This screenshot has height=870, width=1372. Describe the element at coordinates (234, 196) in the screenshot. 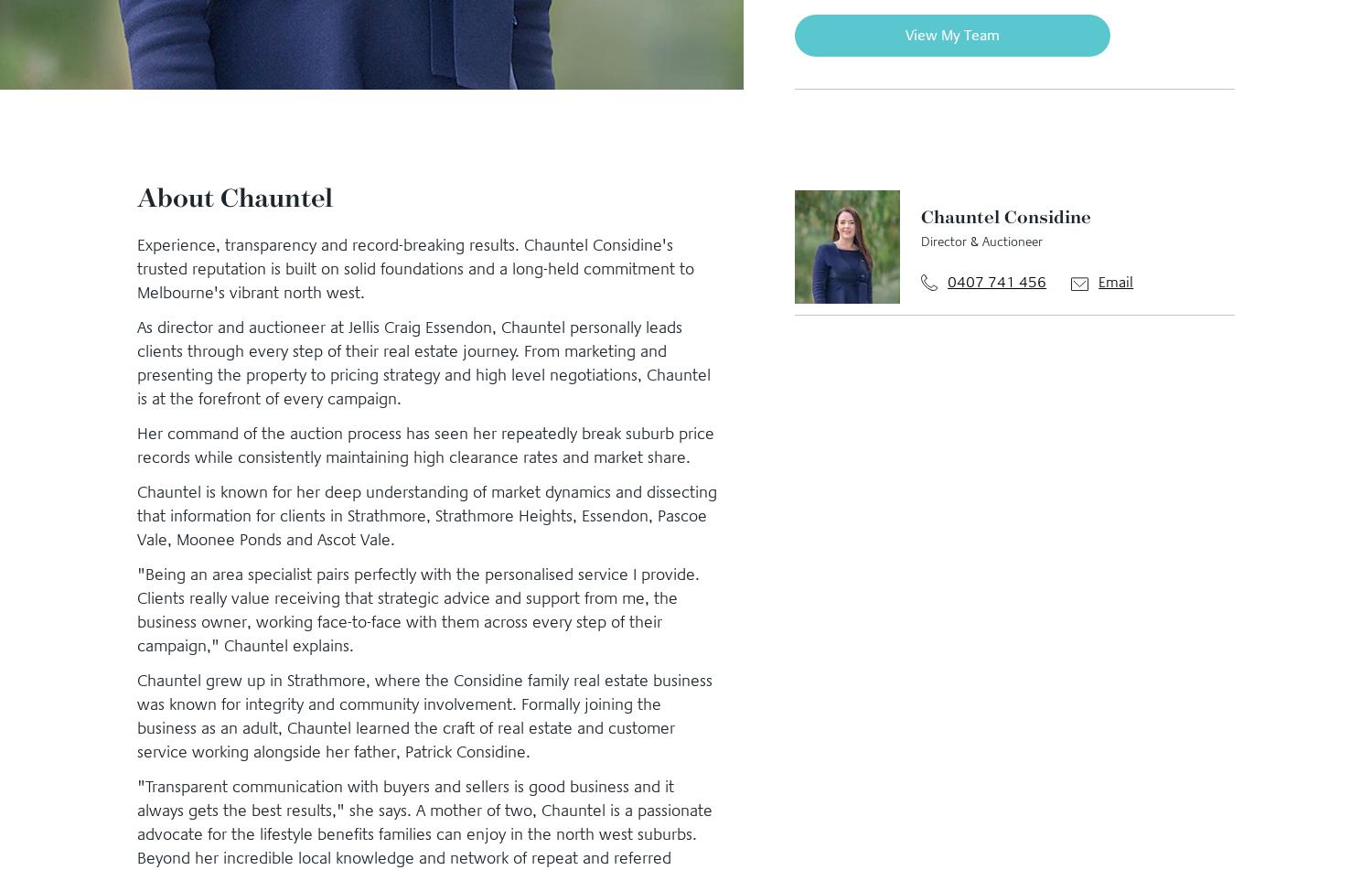

I see `'About Chauntel'` at that location.